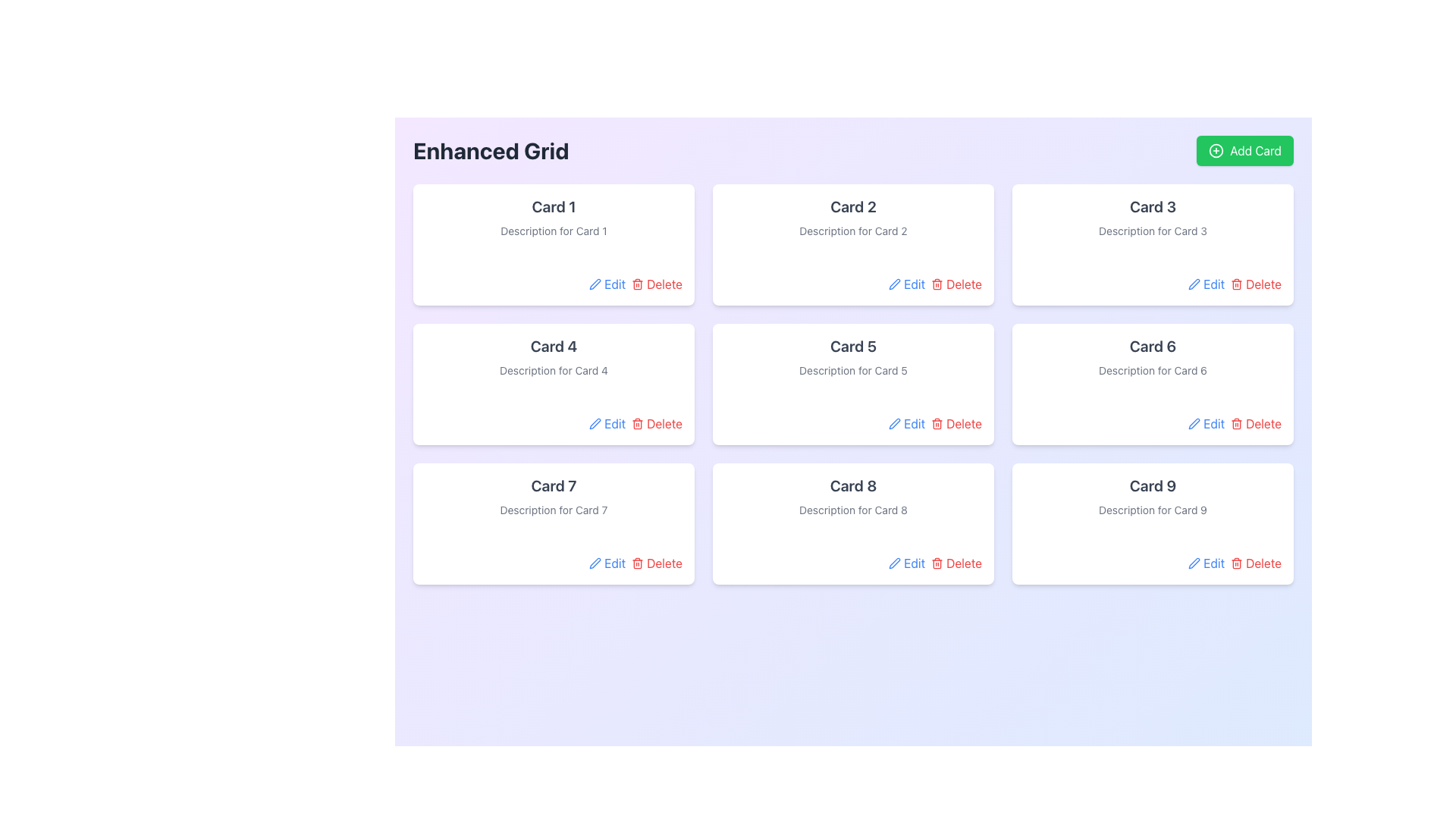 The height and width of the screenshot is (819, 1456). I want to click on the title text label located in the upper-left corner of the first card in the grid layout, which identifies the card's contents, so click(553, 207).